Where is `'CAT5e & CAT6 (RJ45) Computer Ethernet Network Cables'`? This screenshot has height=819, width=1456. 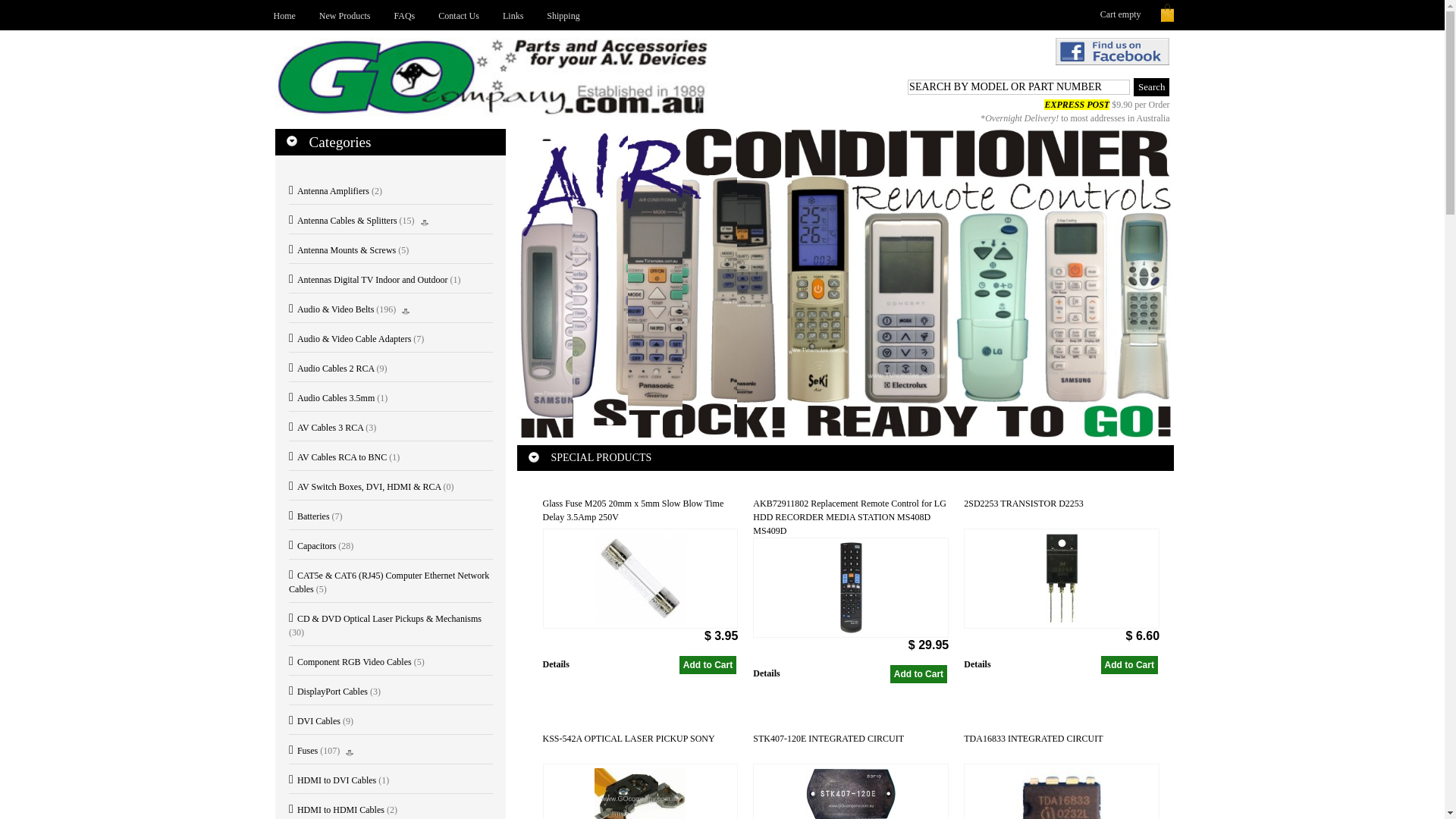
'CAT5e & CAT6 (RJ45) Computer Ethernet Network Cables' is located at coordinates (389, 581).